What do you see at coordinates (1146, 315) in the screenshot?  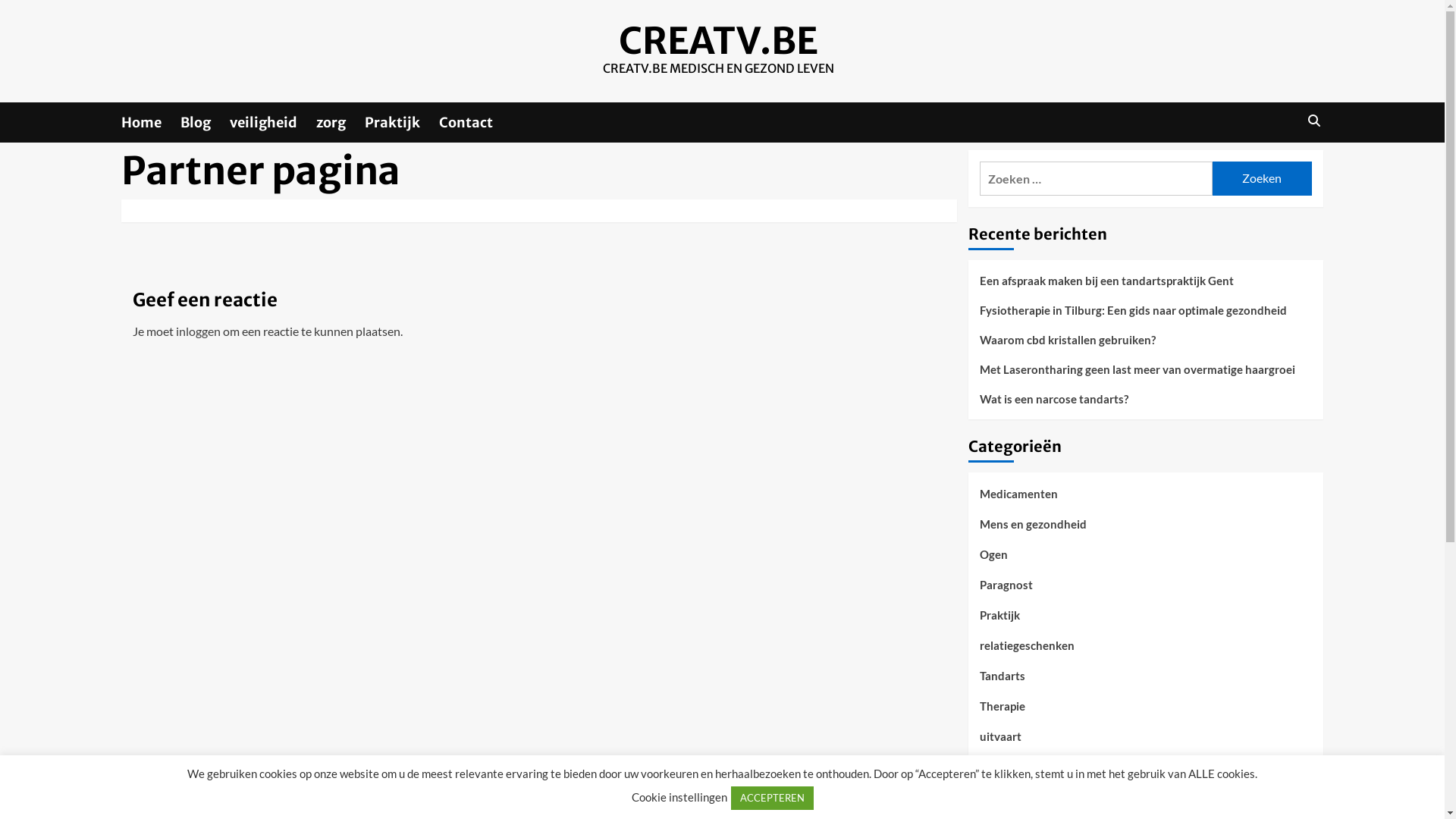 I see `'Fysiotherapie in Tilburg: Een gids naar optimale gezondheid'` at bounding box center [1146, 315].